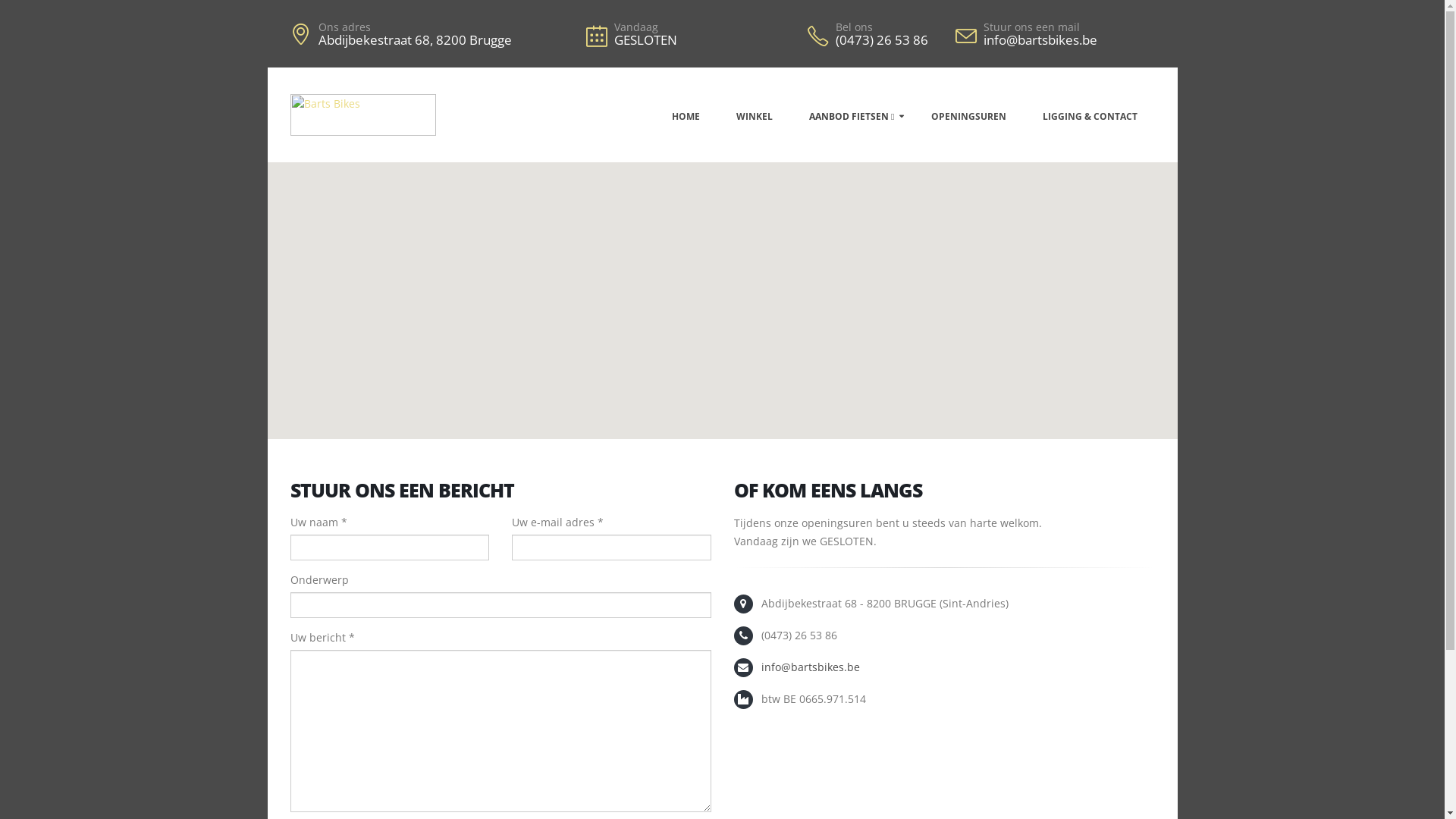 This screenshot has height=819, width=1456. What do you see at coordinates (1054, 39) in the screenshot?
I see `'info@bartsbikes.be'` at bounding box center [1054, 39].